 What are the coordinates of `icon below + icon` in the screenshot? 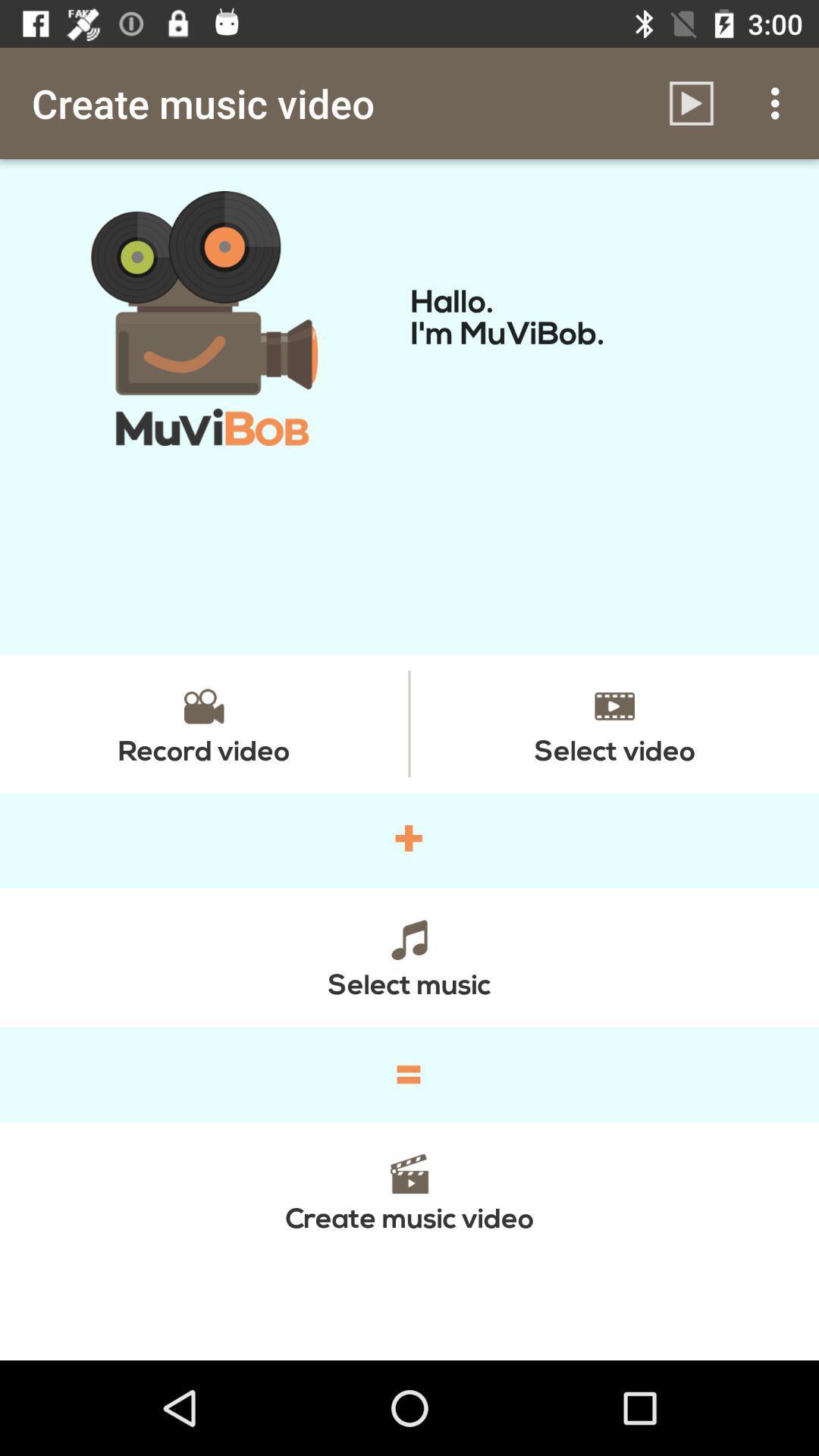 It's located at (409, 956).